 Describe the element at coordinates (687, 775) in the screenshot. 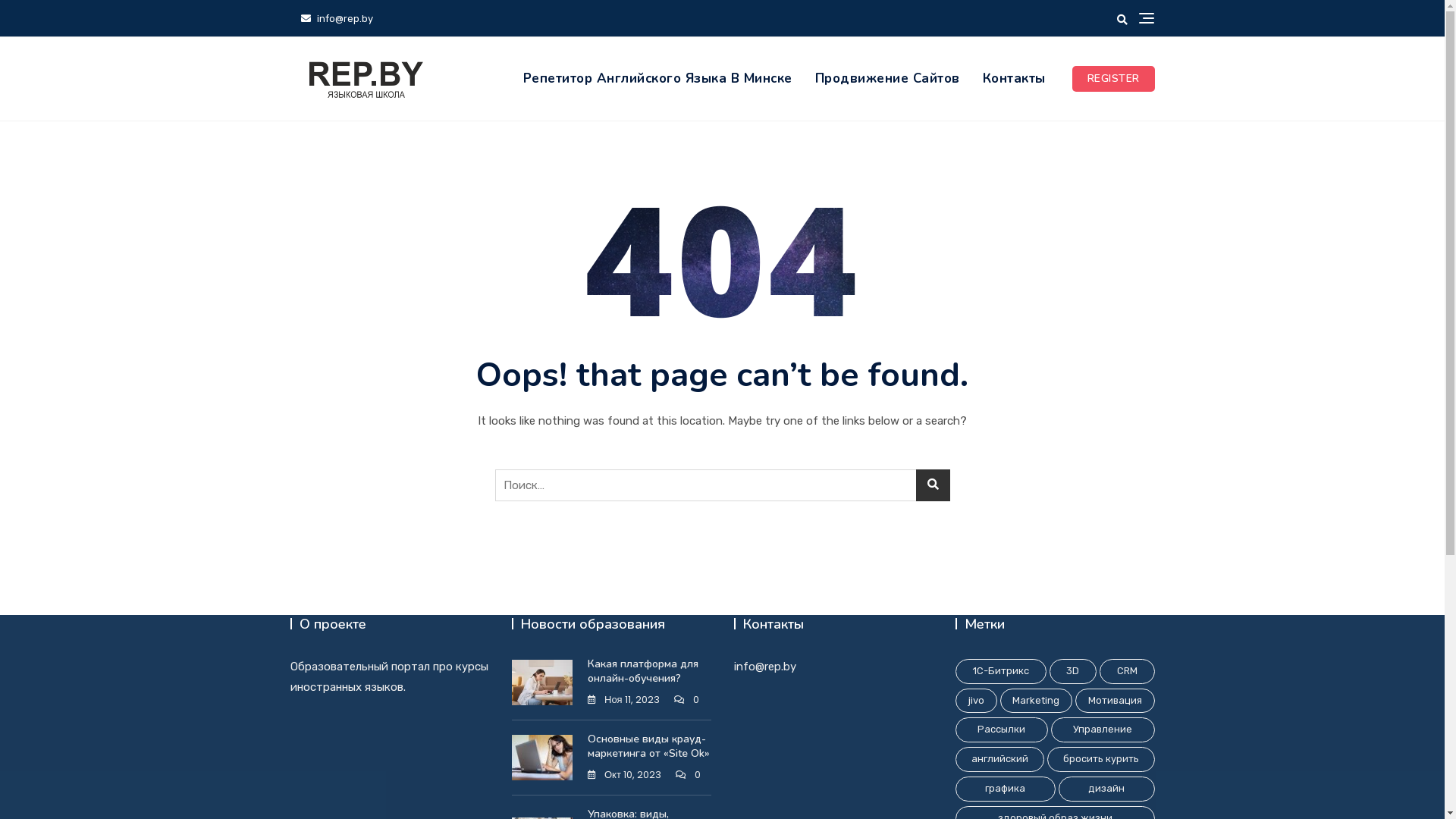

I see `'0'` at that location.